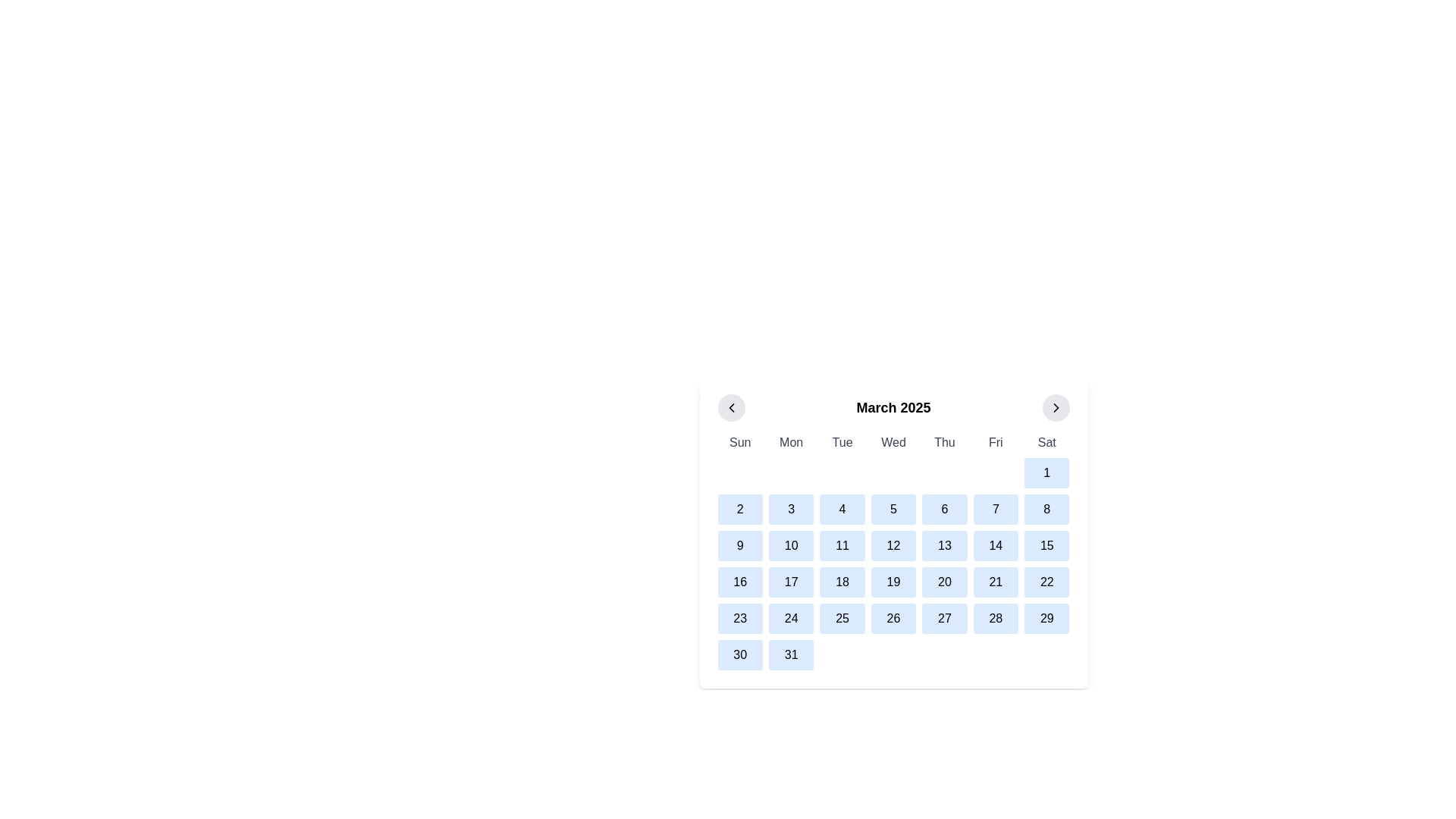 This screenshot has height=819, width=1456. What do you see at coordinates (1055, 406) in the screenshot?
I see `the navigation button located on the right side of the date header 'March 2025' in the calendar view` at bounding box center [1055, 406].